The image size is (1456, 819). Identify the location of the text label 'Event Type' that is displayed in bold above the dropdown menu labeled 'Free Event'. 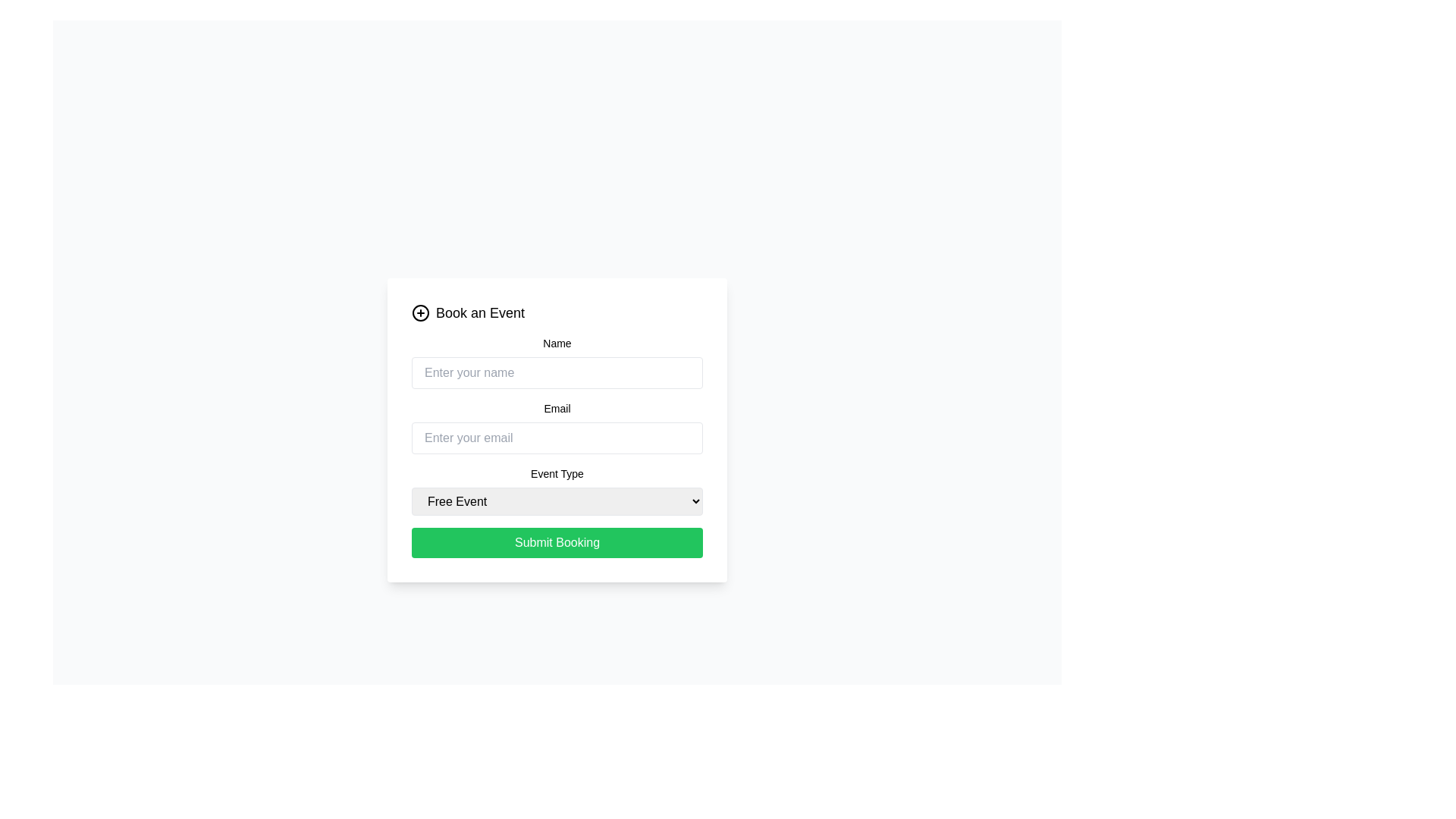
(556, 472).